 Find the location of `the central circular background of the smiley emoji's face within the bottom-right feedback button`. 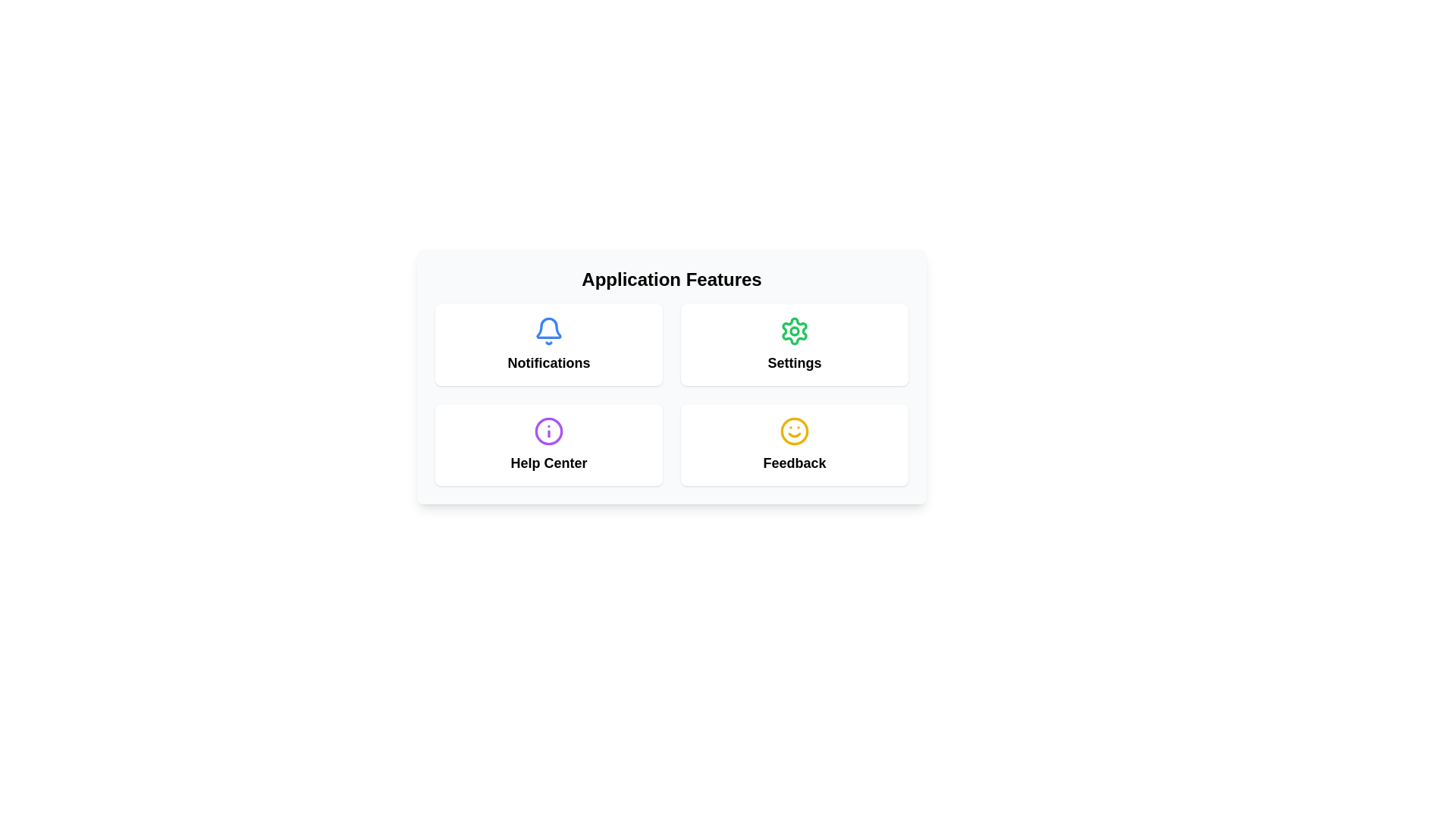

the central circular background of the smiley emoji's face within the bottom-right feedback button is located at coordinates (793, 431).